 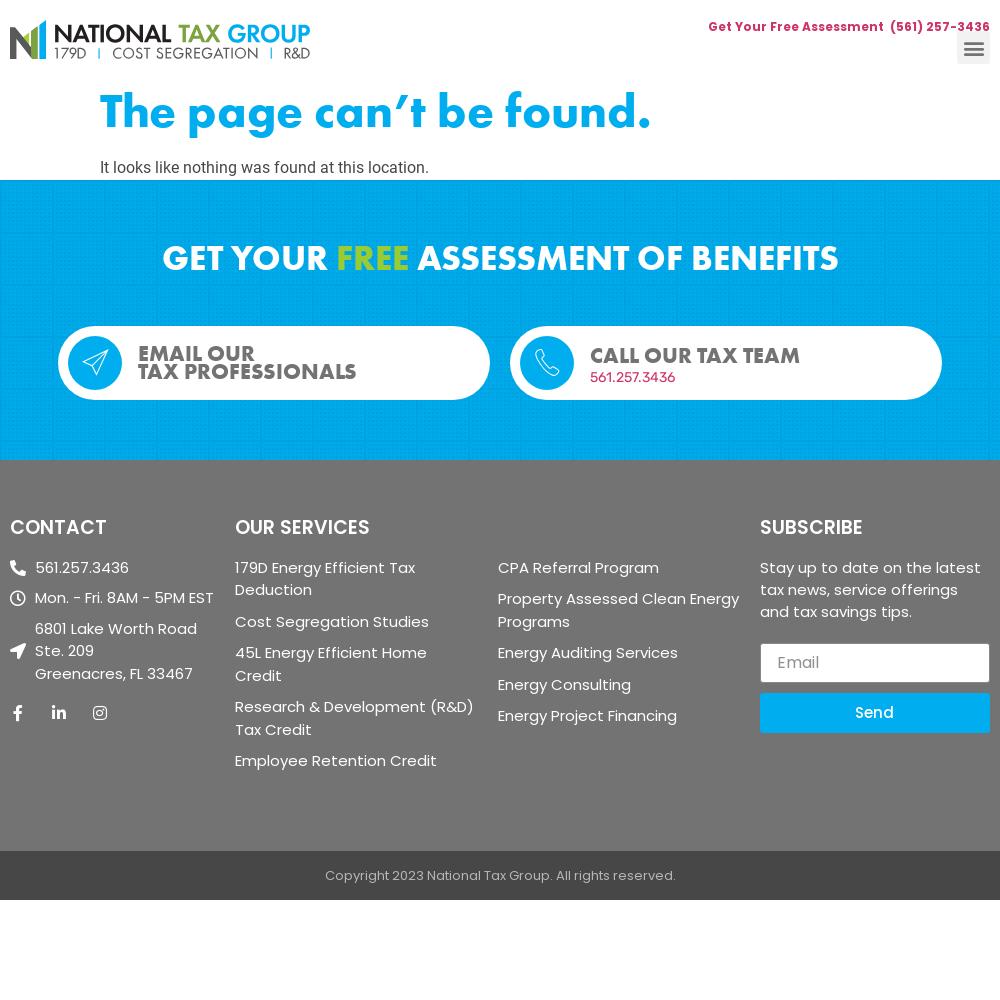 What do you see at coordinates (873, 711) in the screenshot?
I see `'Send'` at bounding box center [873, 711].